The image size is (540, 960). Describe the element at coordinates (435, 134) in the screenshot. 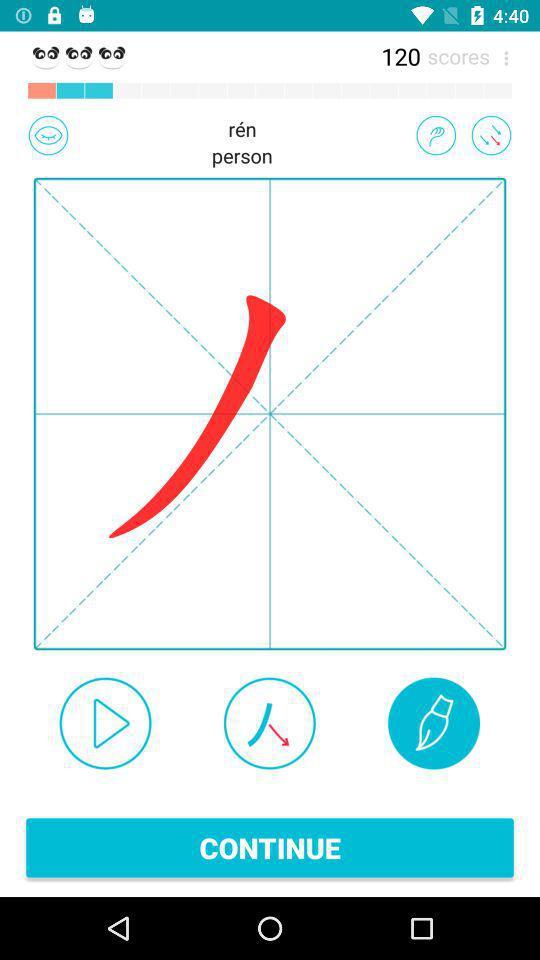

I see `item next to the person icon` at that location.